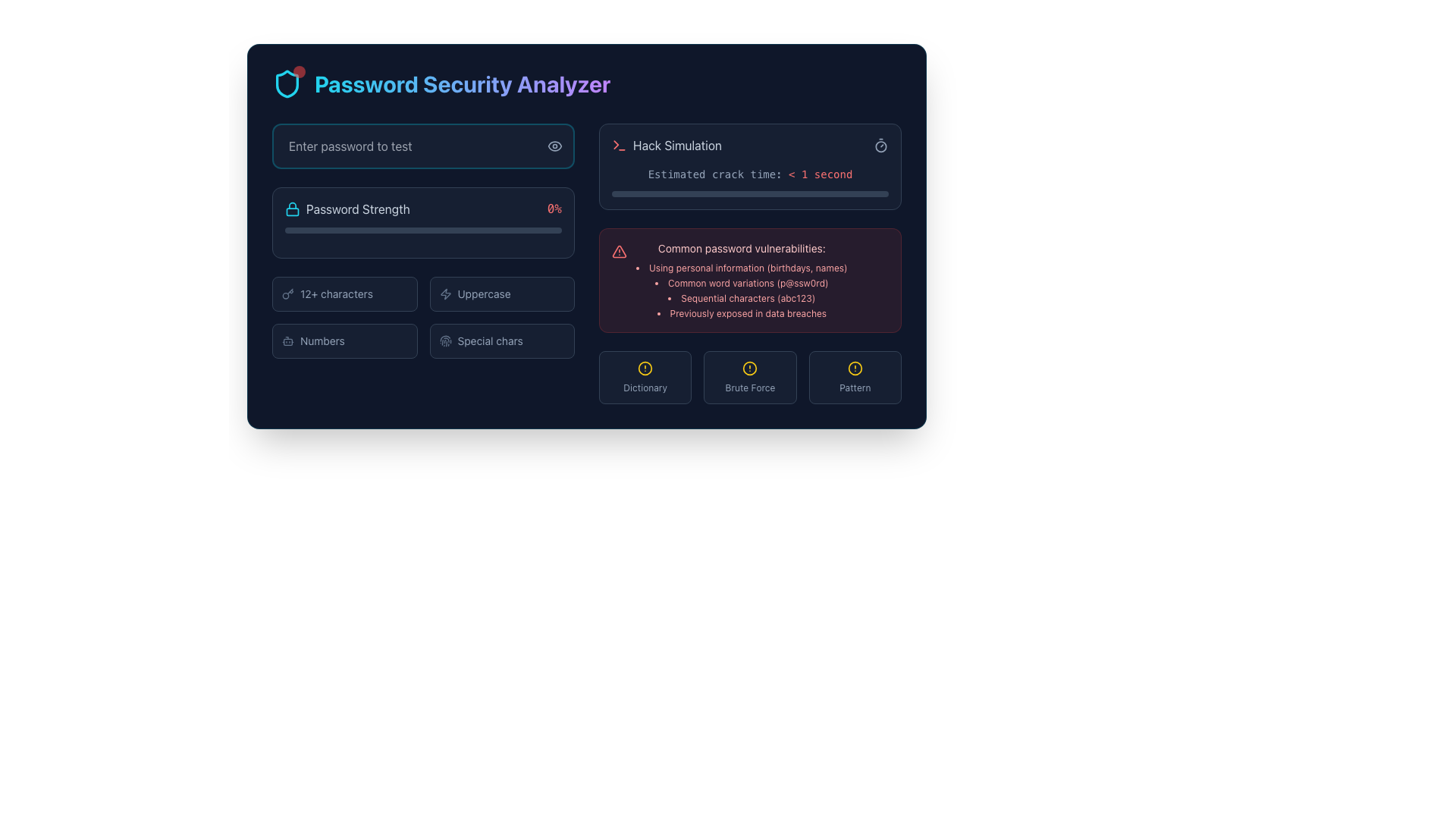 This screenshot has width=1456, height=819. What do you see at coordinates (462, 84) in the screenshot?
I see `the text label that serves as a title for the password security analysis section, located in the upper-left quadrant of the interface` at bounding box center [462, 84].